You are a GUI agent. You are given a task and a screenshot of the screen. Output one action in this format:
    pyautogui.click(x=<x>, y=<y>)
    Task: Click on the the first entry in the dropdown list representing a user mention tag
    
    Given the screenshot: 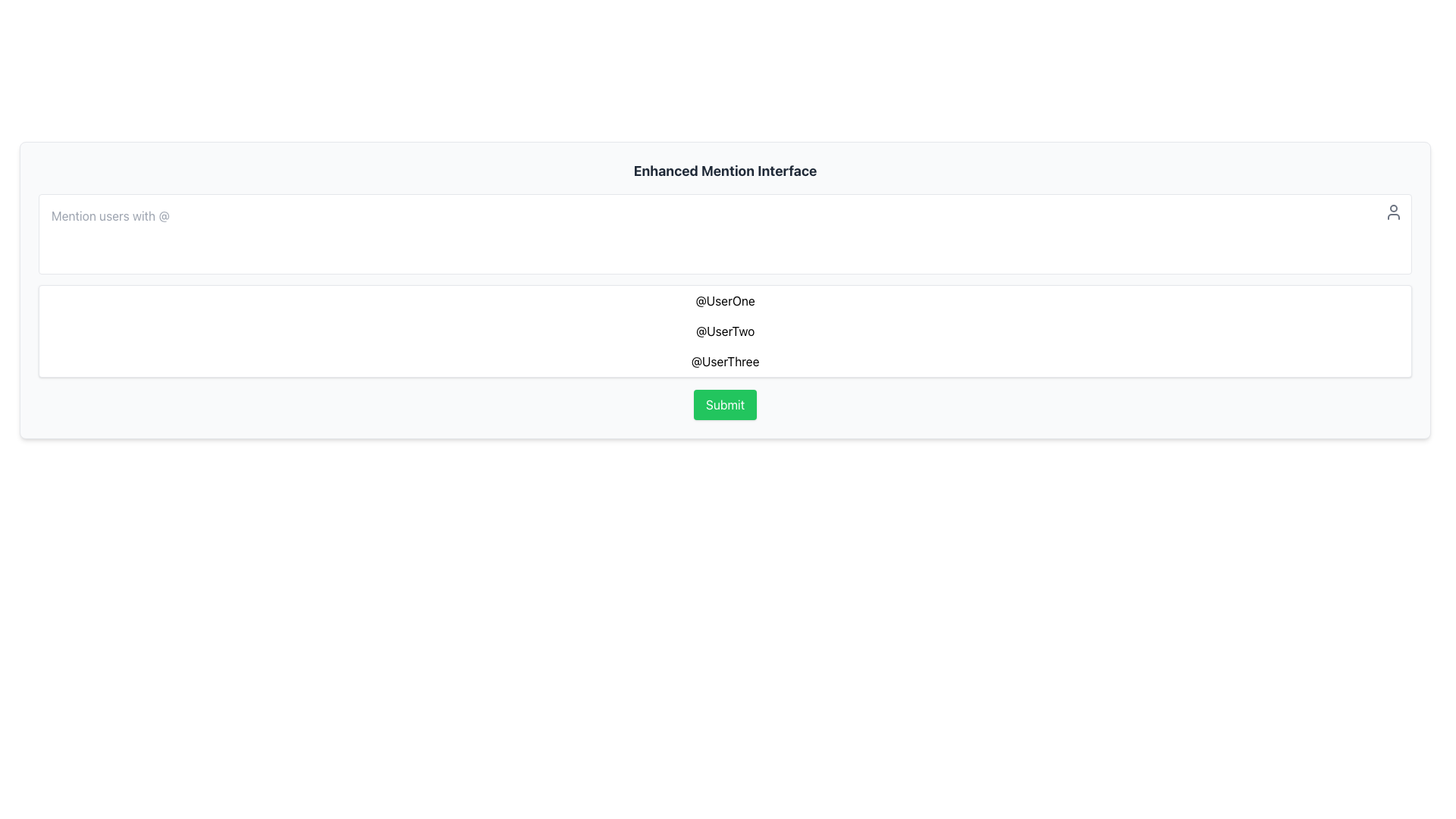 What is the action you would take?
    pyautogui.click(x=724, y=301)
    